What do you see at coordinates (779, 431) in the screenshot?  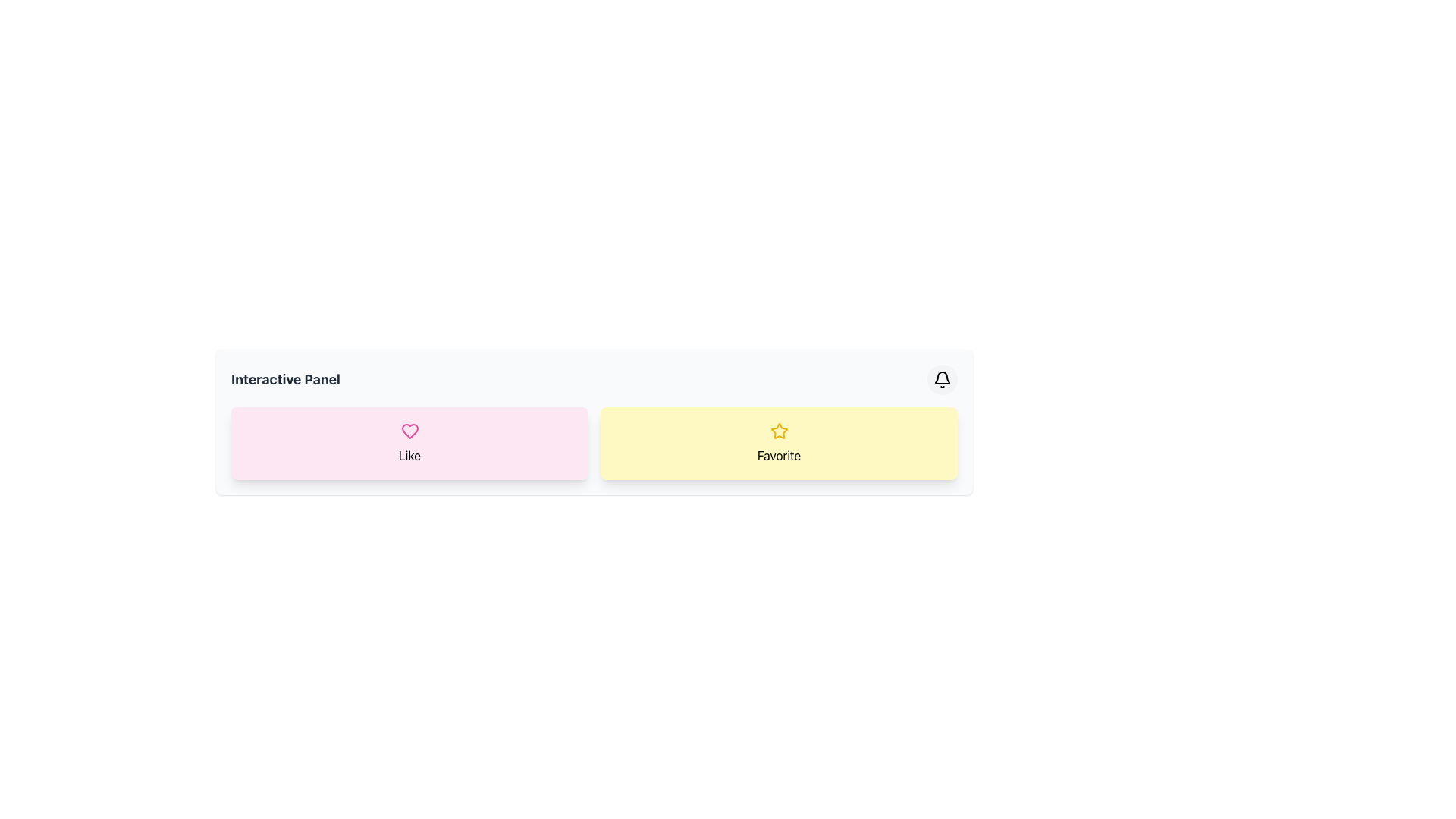 I see `the star icon located at the center of the yellow 'Favorite' button, which visually indicates marking something as a favorite` at bounding box center [779, 431].